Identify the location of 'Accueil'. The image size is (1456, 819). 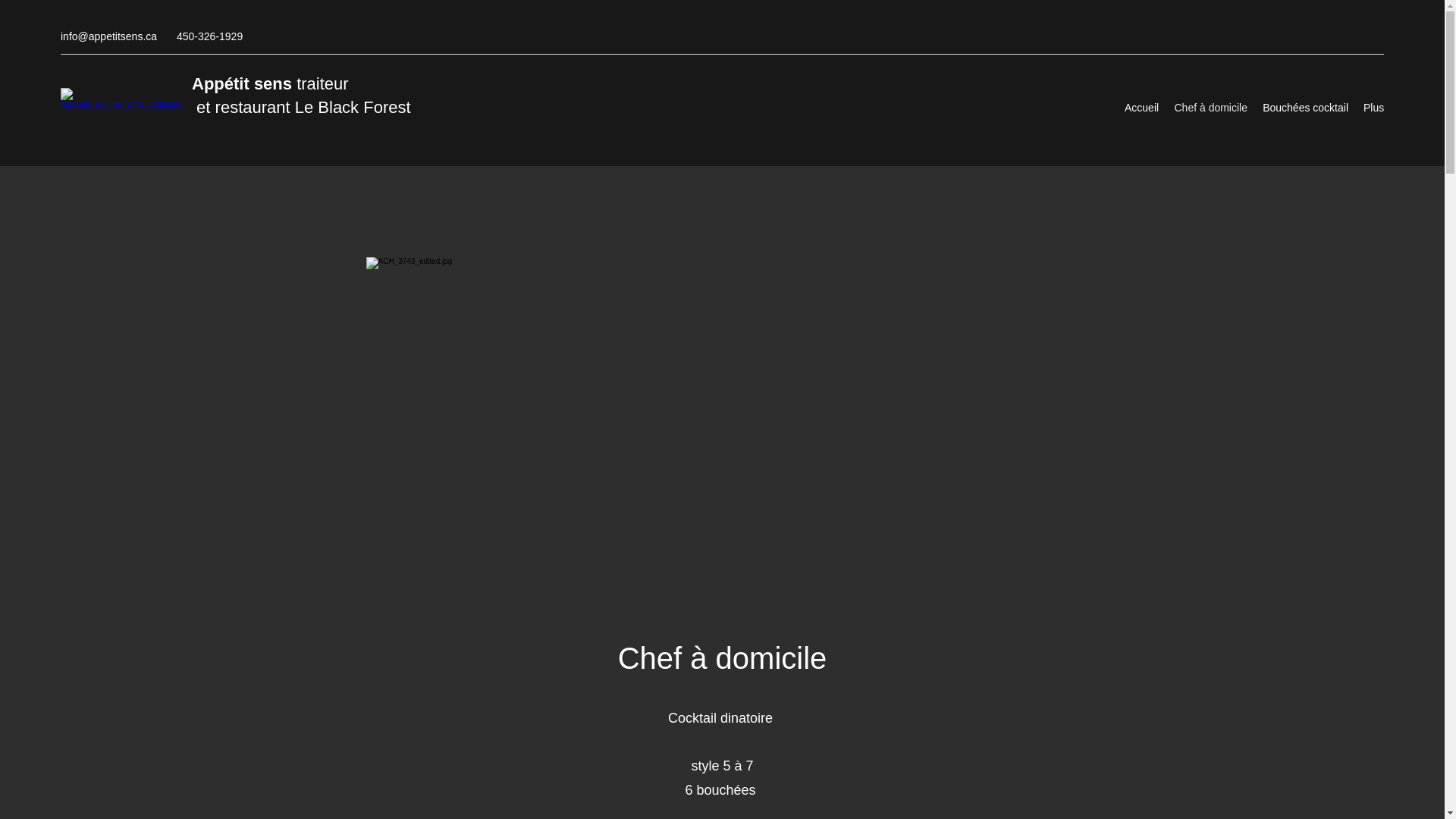
(1141, 107).